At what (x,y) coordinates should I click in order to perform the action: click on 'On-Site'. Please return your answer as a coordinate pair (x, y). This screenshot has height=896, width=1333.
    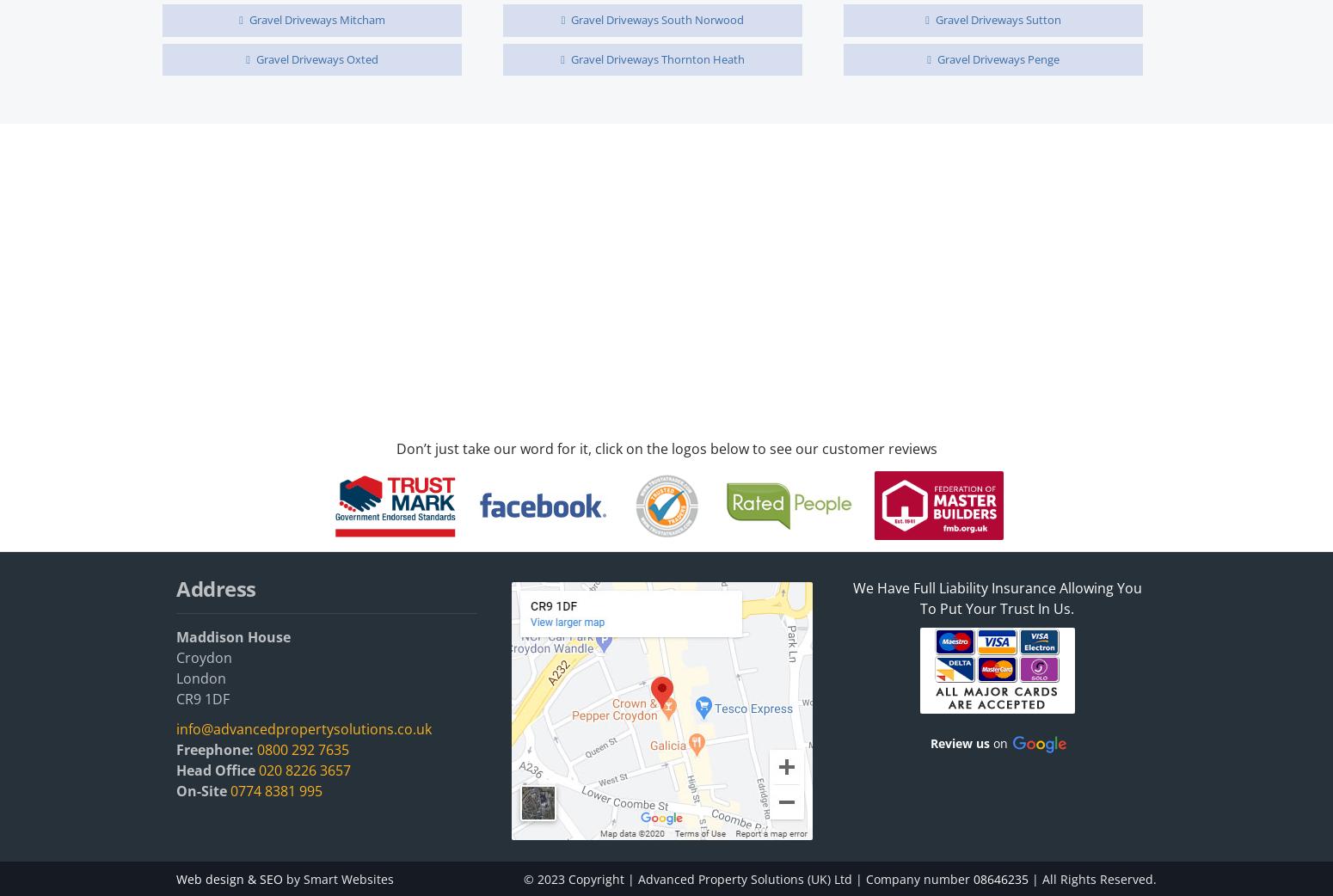
    Looking at the image, I should click on (201, 789).